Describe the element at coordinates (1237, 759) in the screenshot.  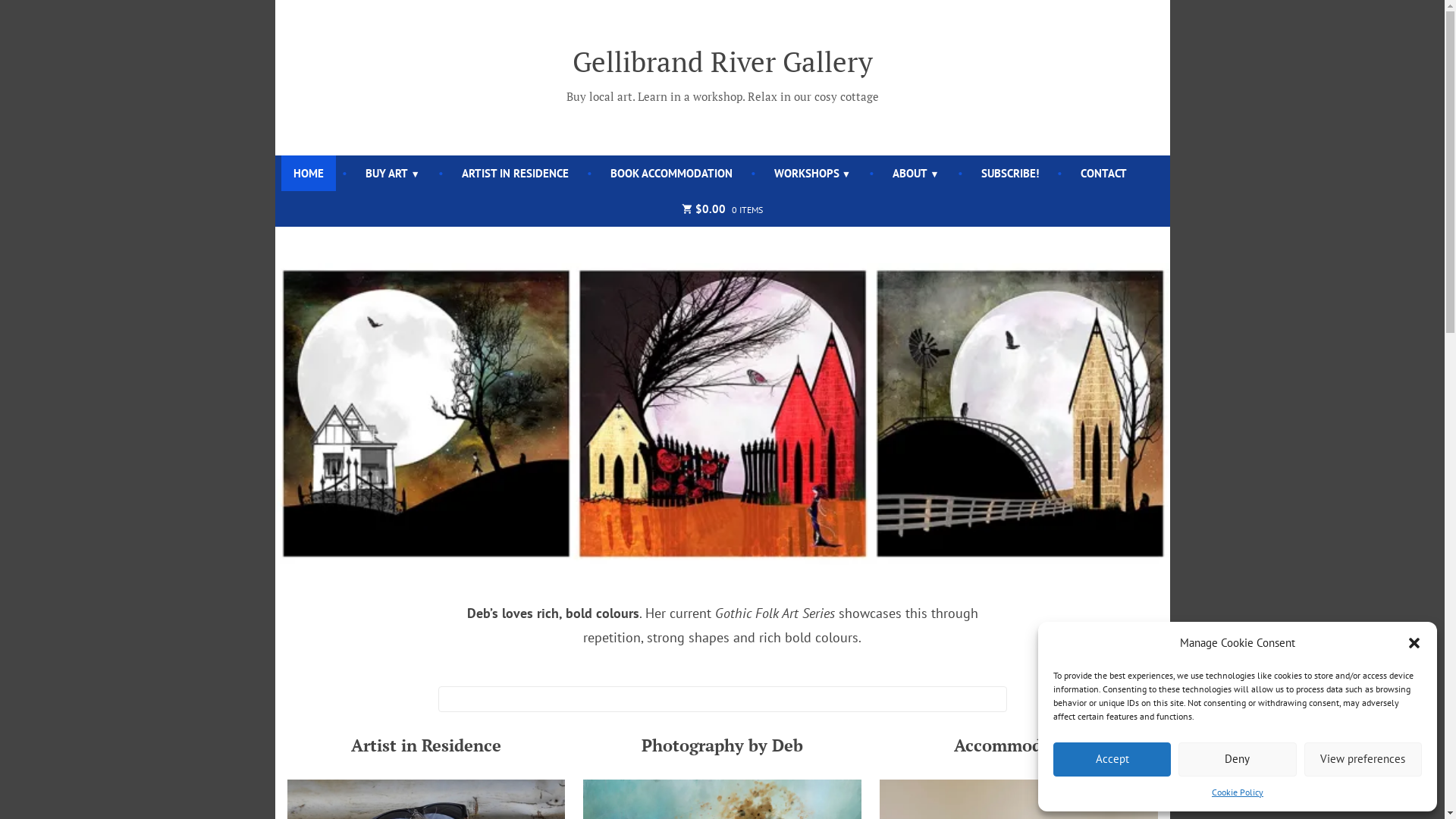
I see `'Deny'` at that location.